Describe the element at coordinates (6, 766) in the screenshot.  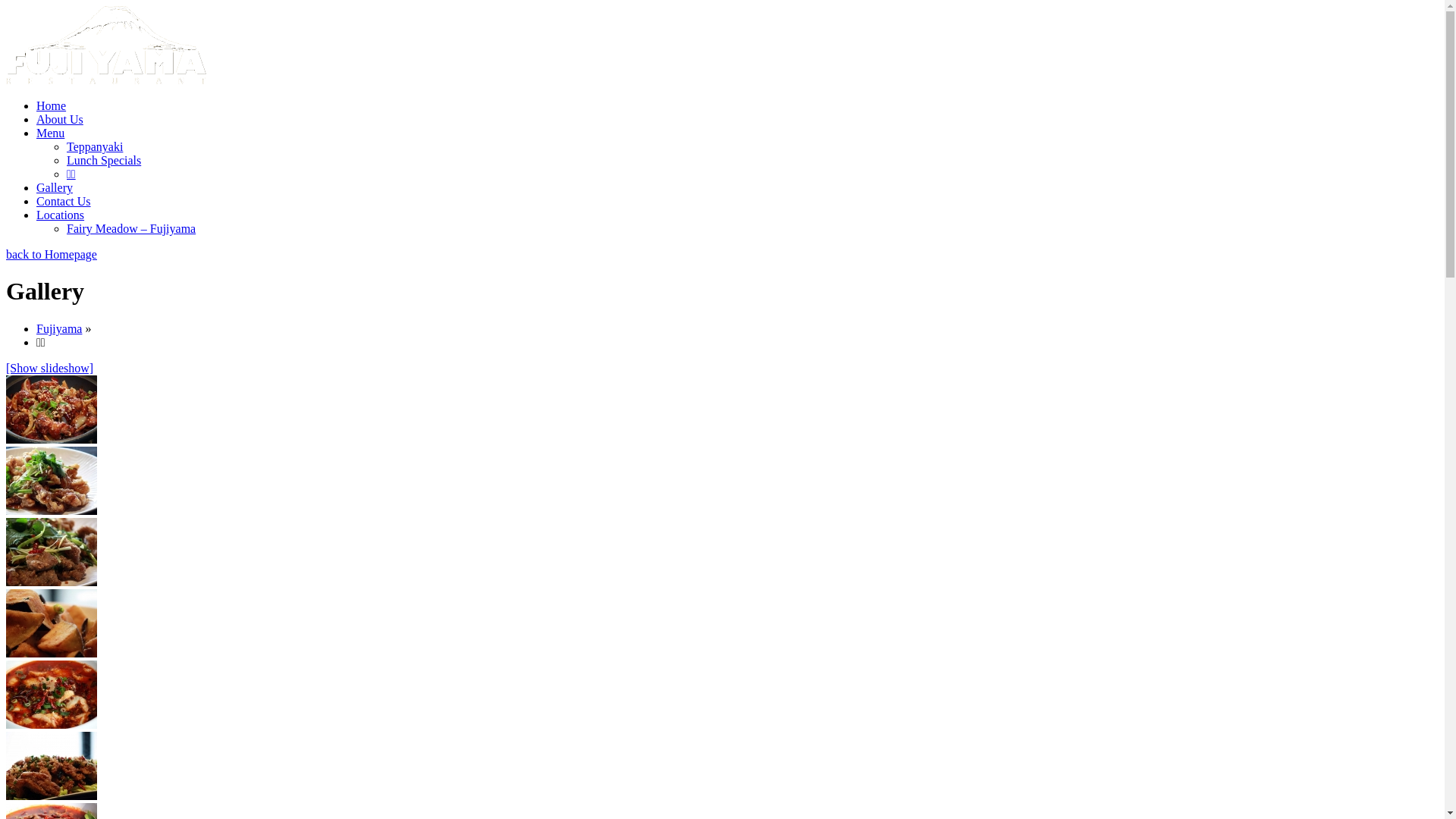
I see `'Garlic-Pork-Ribs'` at that location.